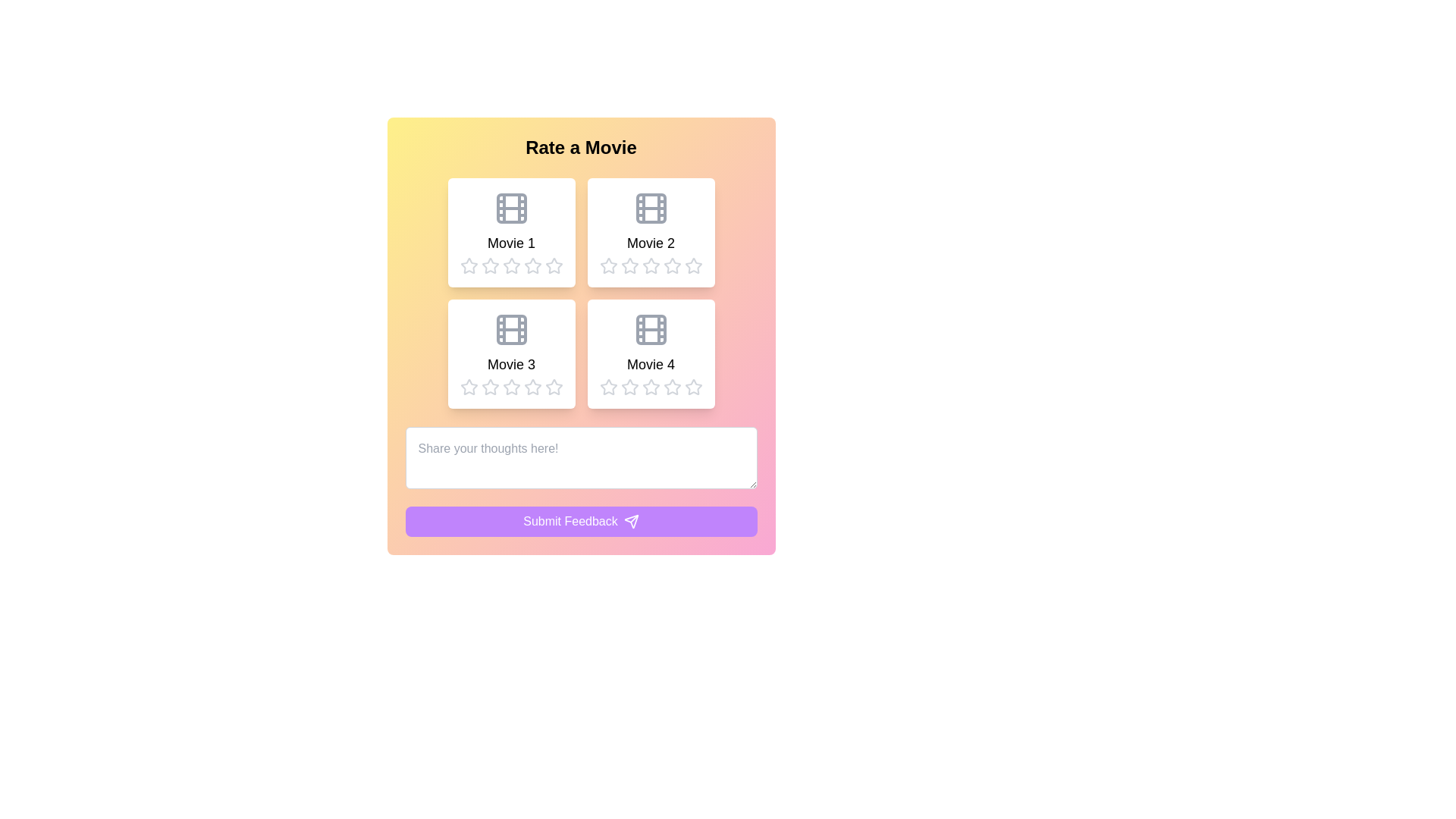 The image size is (1456, 819). What do you see at coordinates (651, 329) in the screenshot?
I see `the decorative graphic element located in the fourth card (Movie 4) of the bottom-right side of the movie rating grid, which is part of a 2x2 grid layout` at bounding box center [651, 329].